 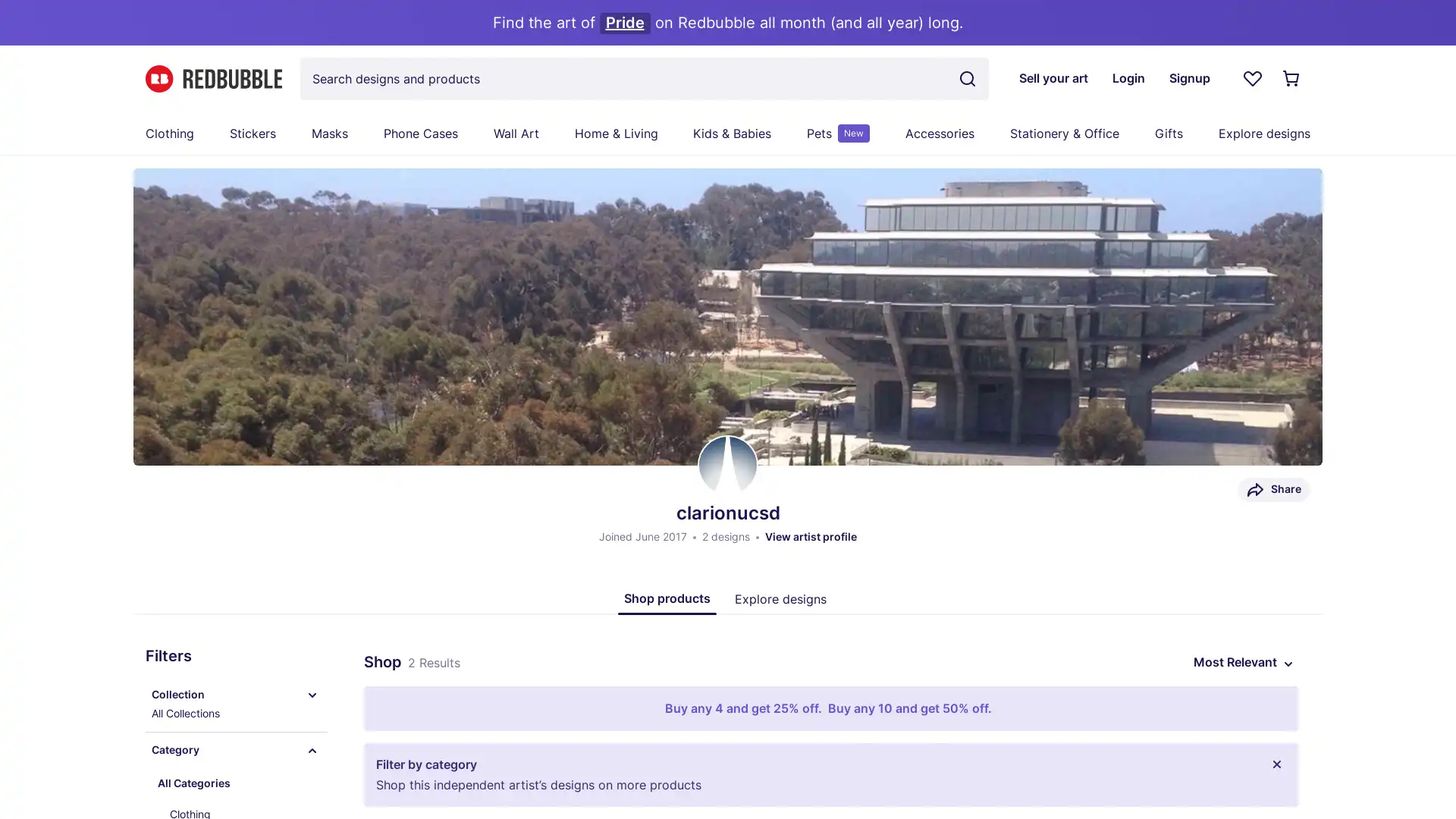 I want to click on Collection All Collections, so click(x=236, y=704).